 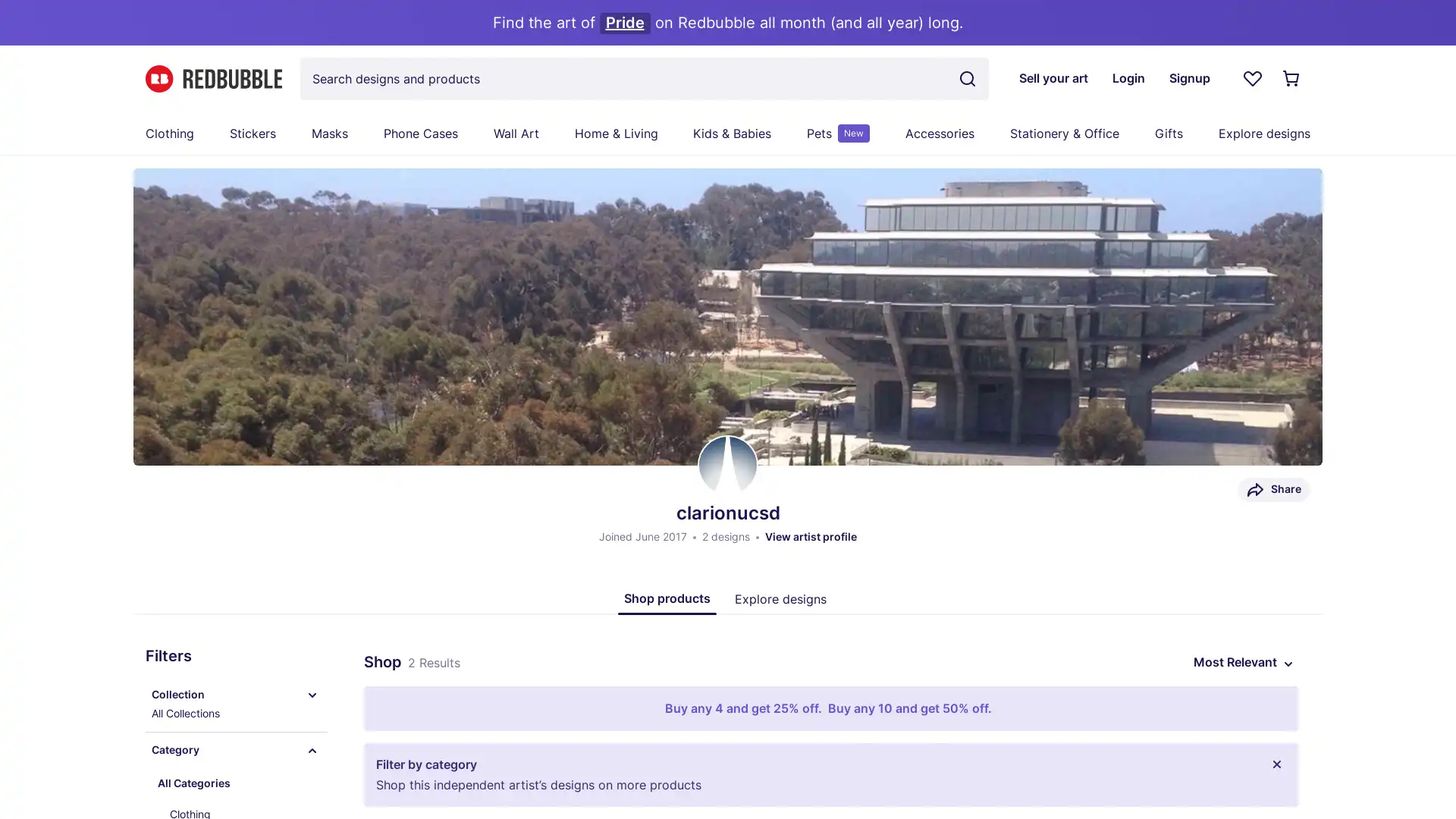 I want to click on Collection All Collections, so click(x=236, y=704).